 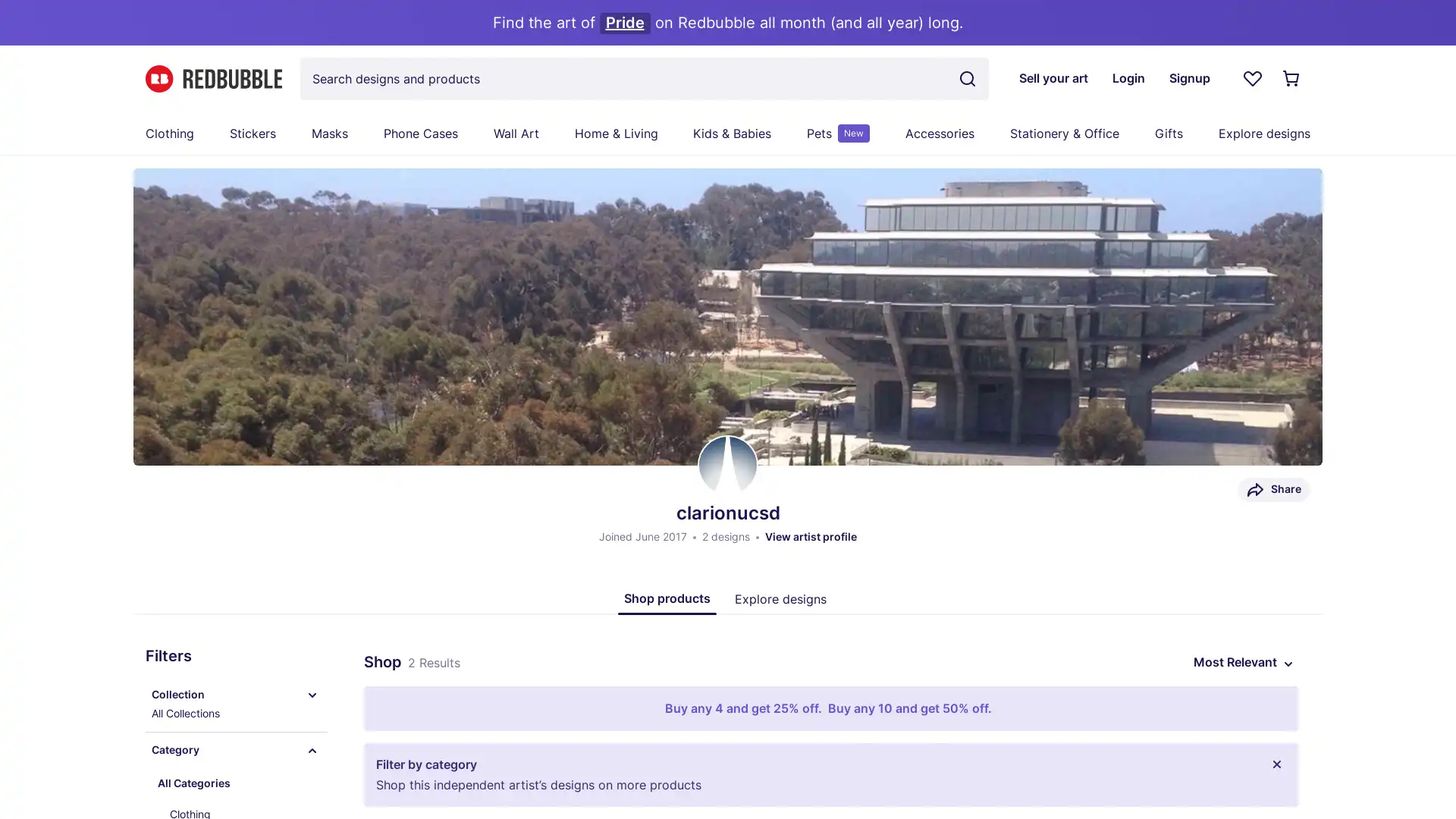 I want to click on Collection All Collections, so click(x=236, y=704).